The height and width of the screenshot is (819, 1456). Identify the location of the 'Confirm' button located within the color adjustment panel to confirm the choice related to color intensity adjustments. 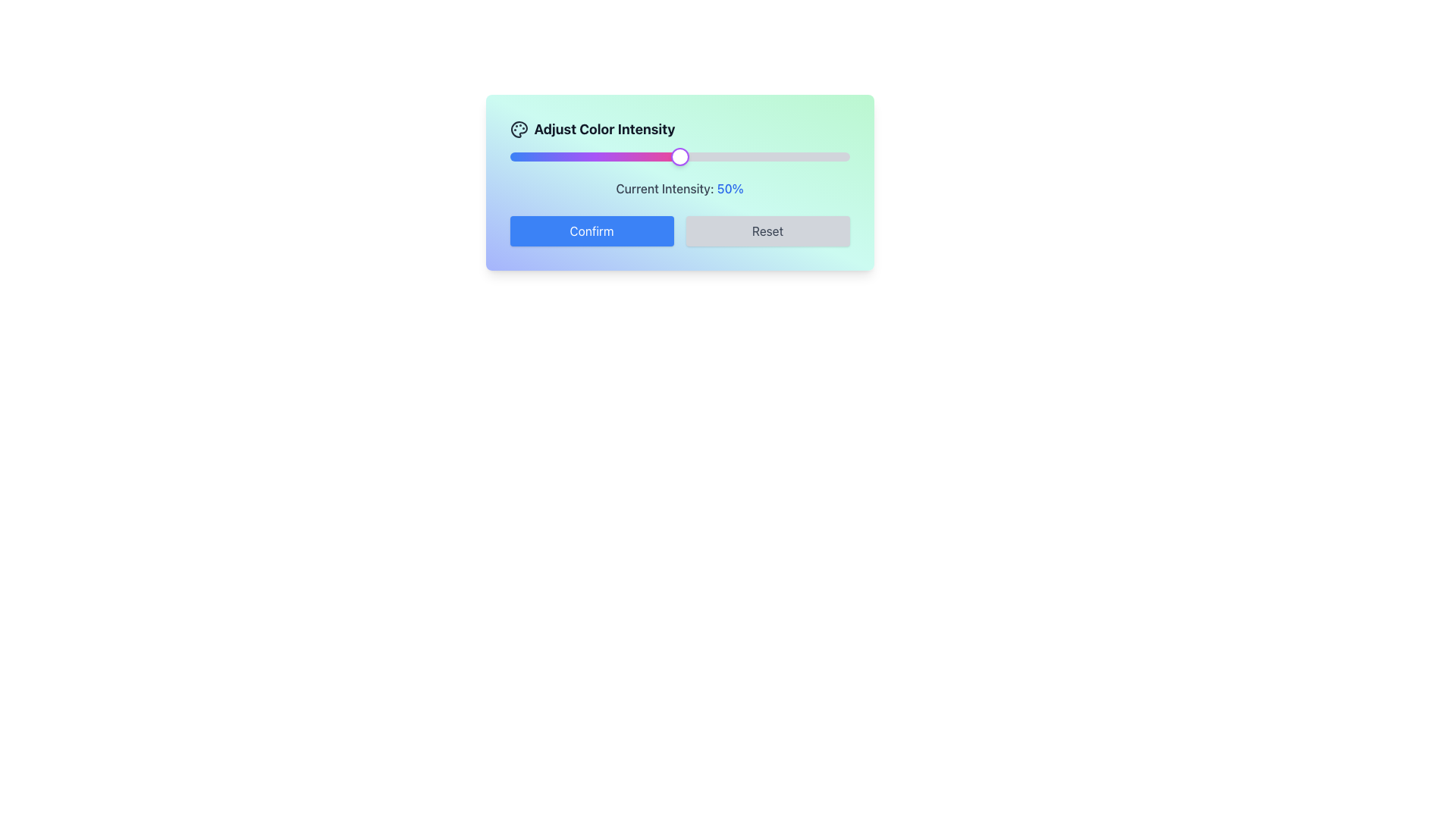
(591, 231).